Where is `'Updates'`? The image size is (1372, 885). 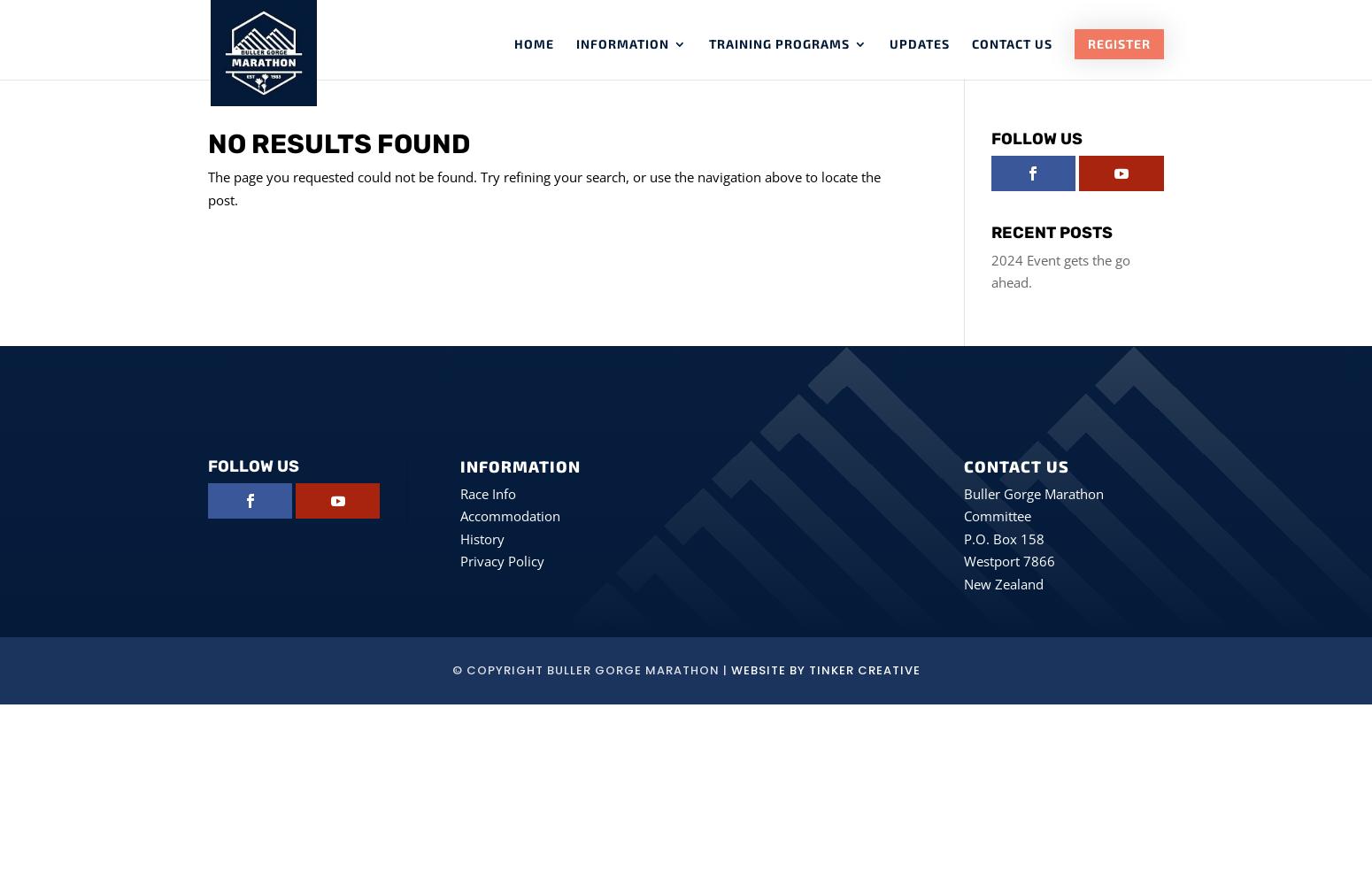 'Updates' is located at coordinates (919, 43).